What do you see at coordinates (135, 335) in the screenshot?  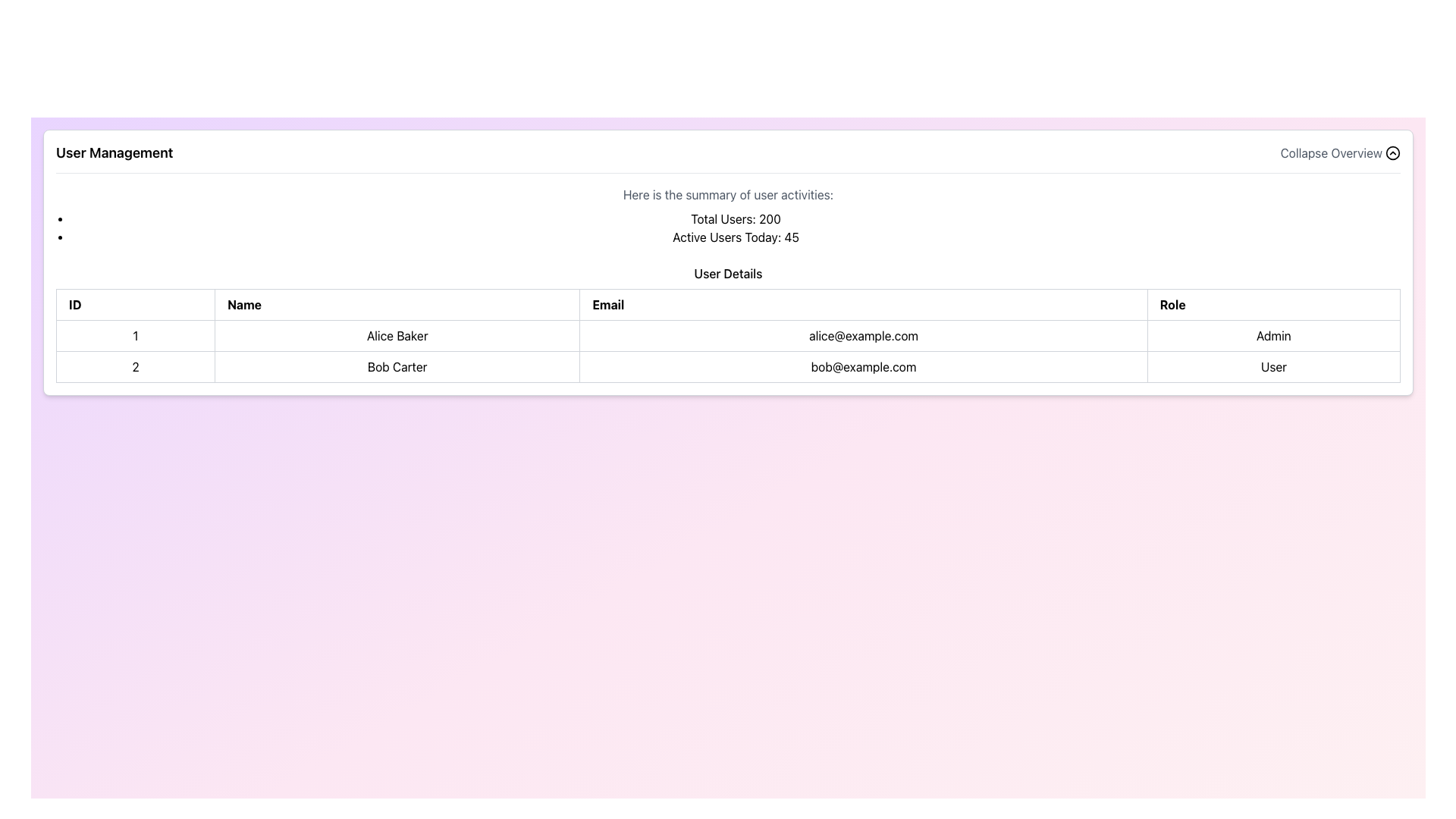 I see `the Table Cell that contains the text '1', located in the first row and first column of the table layout, positioned to the left of 'Alice Baker' and above the ID '2'` at bounding box center [135, 335].